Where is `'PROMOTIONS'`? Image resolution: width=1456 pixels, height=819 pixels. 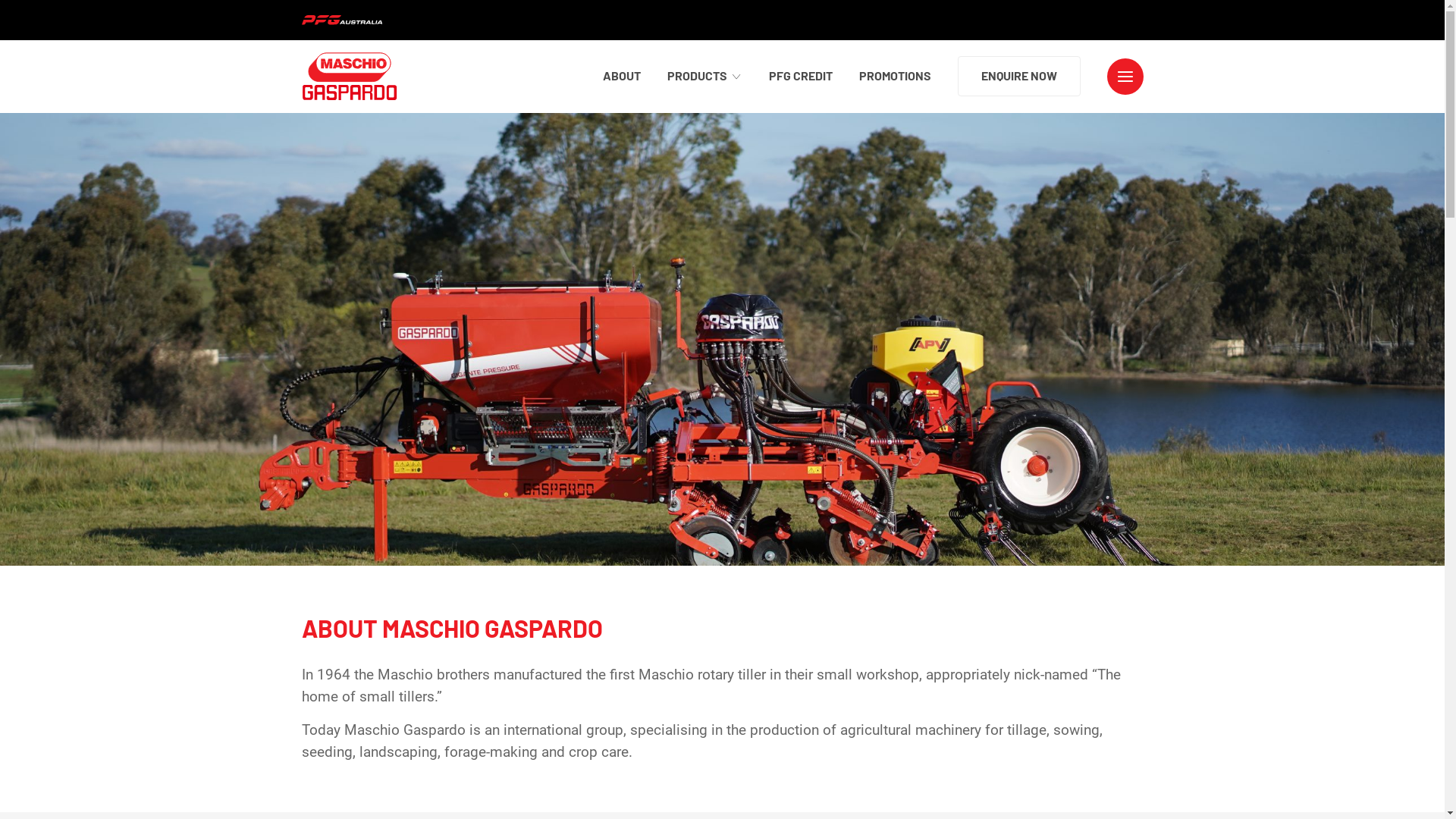 'PROMOTIONS' is located at coordinates (894, 76).